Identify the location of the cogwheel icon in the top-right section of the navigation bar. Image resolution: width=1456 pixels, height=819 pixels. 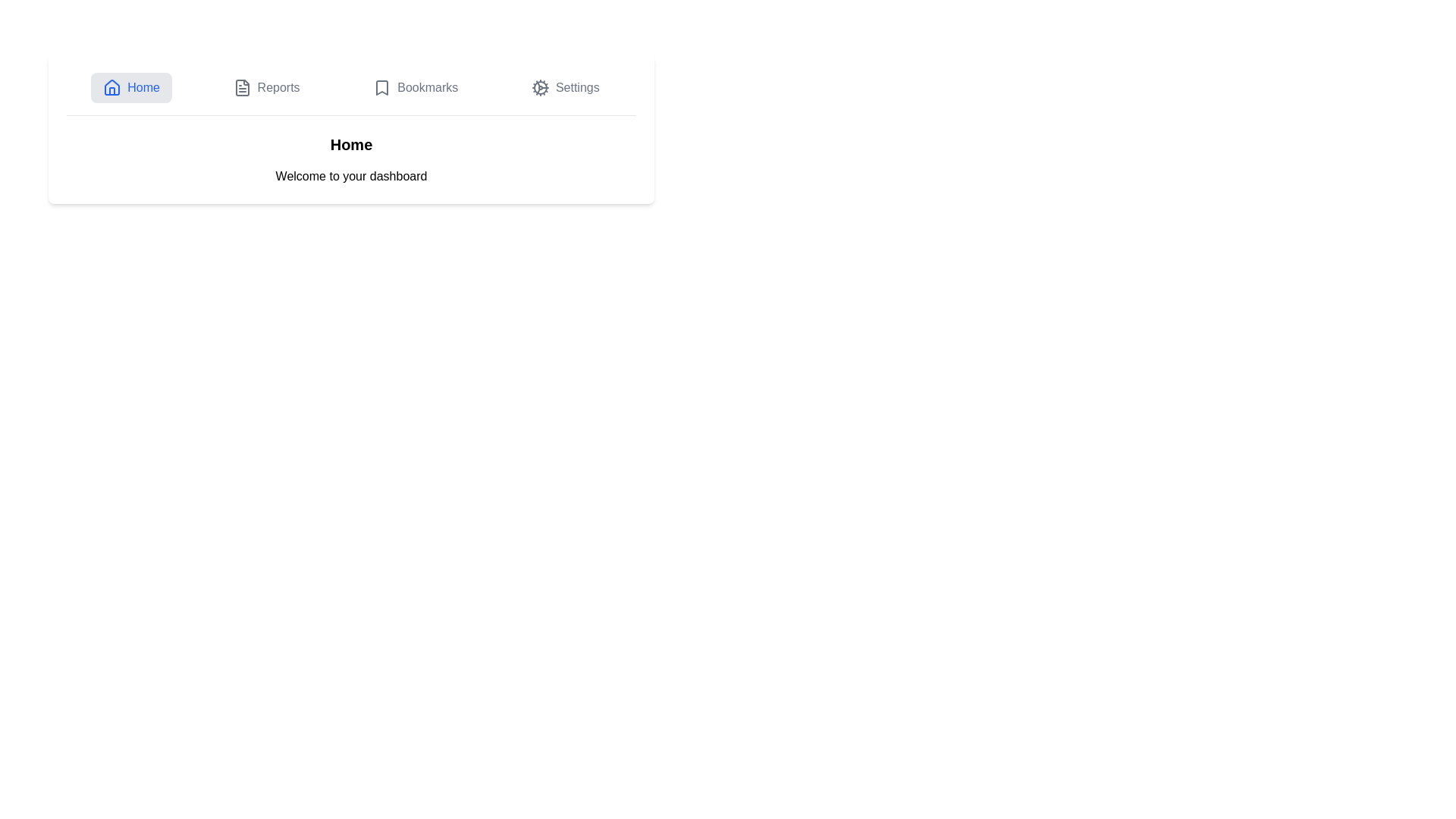
(540, 87).